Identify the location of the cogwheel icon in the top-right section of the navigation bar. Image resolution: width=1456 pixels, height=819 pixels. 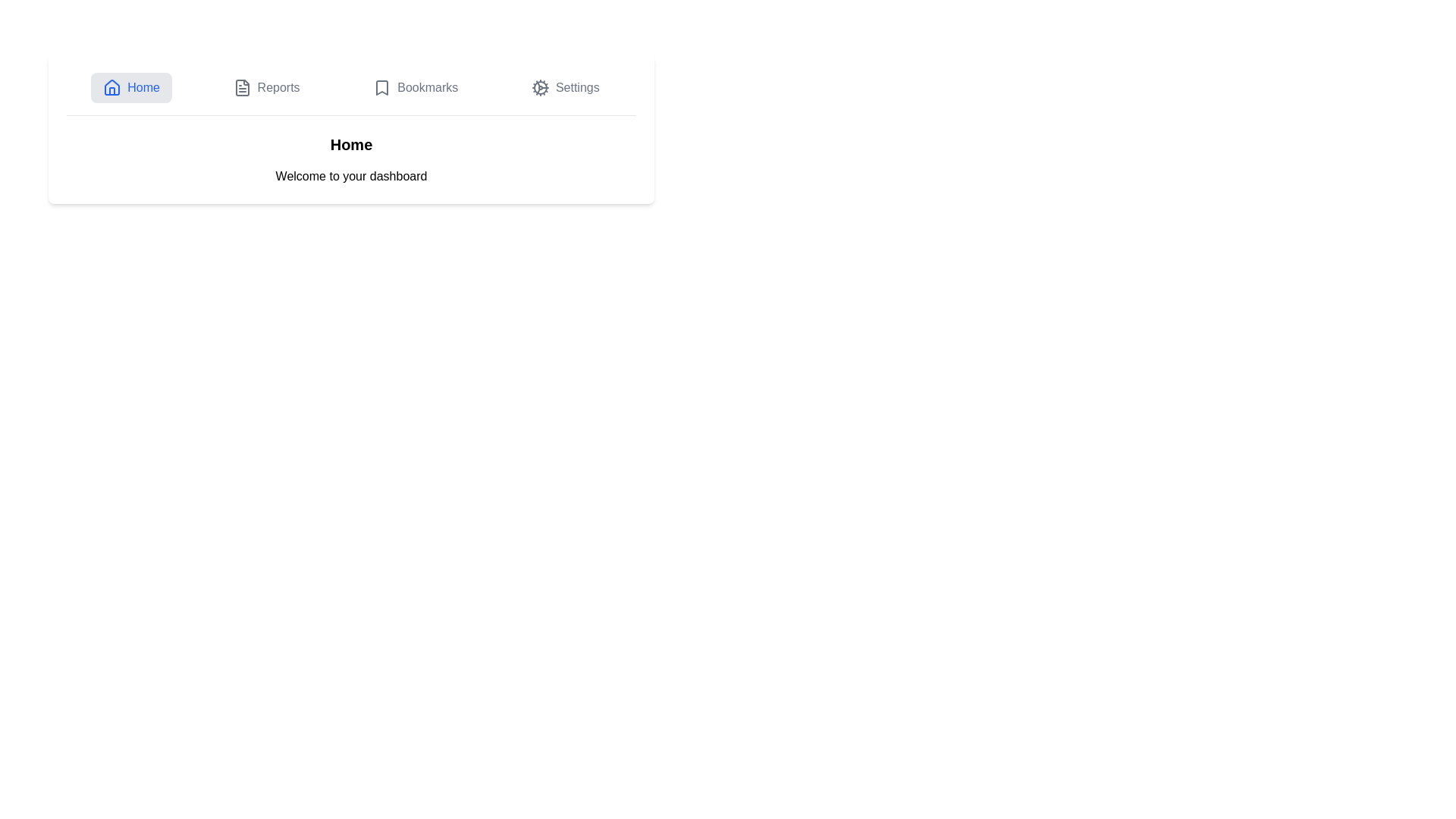
(540, 87).